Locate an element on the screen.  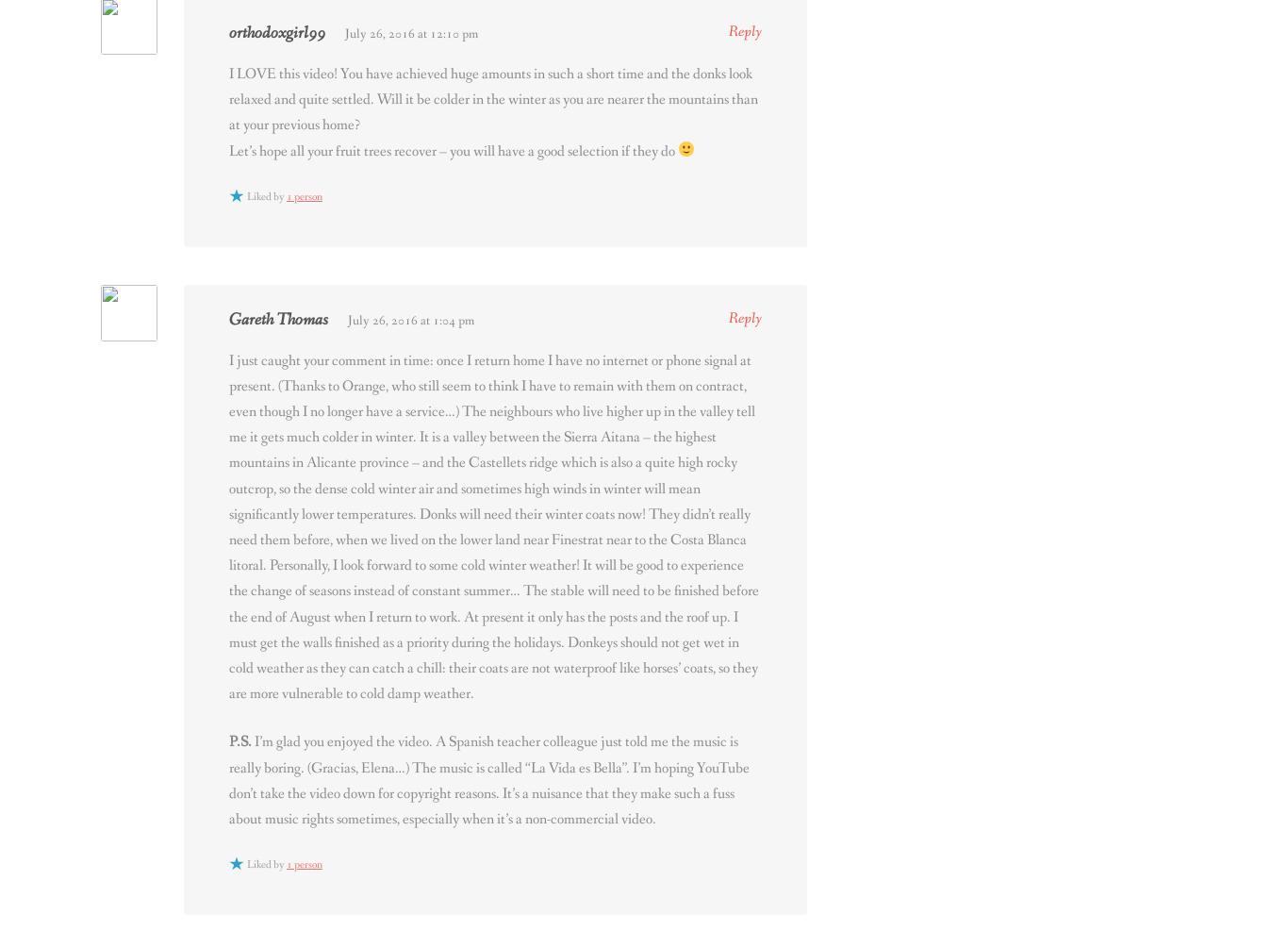
'P.S.' is located at coordinates (240, 741).